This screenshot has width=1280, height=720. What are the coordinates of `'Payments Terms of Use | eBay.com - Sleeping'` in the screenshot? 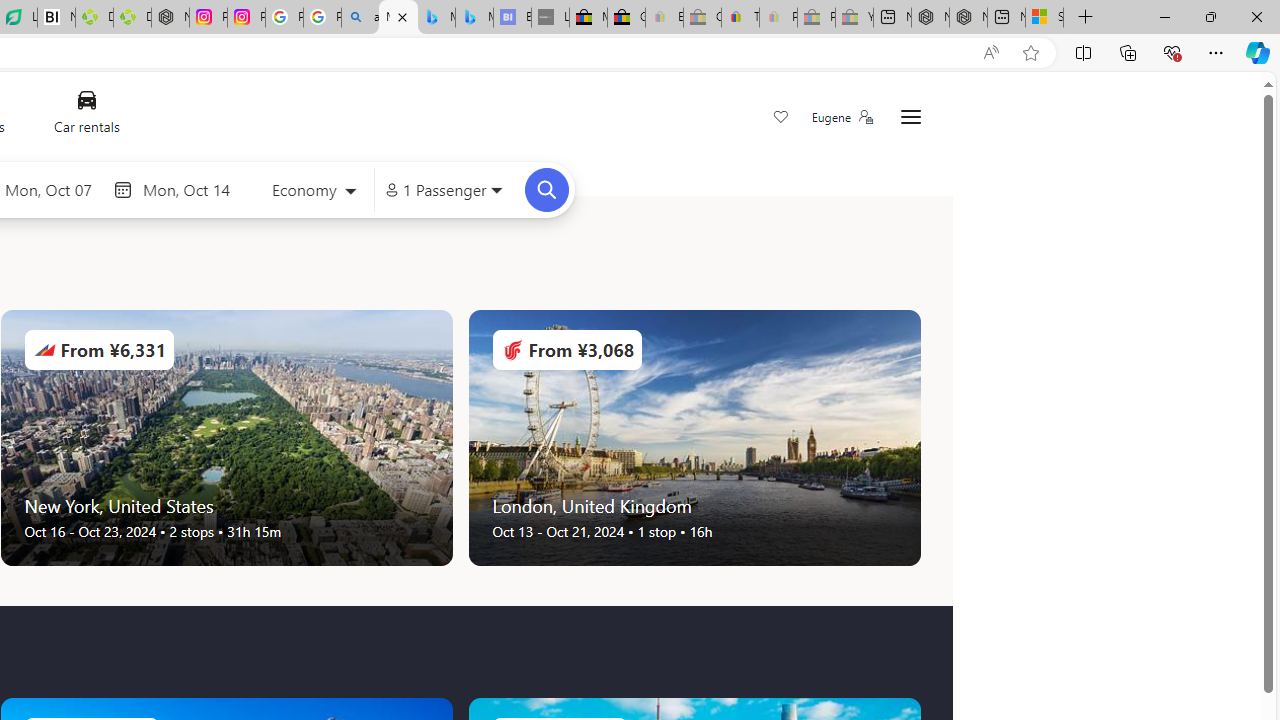 It's located at (777, 17).